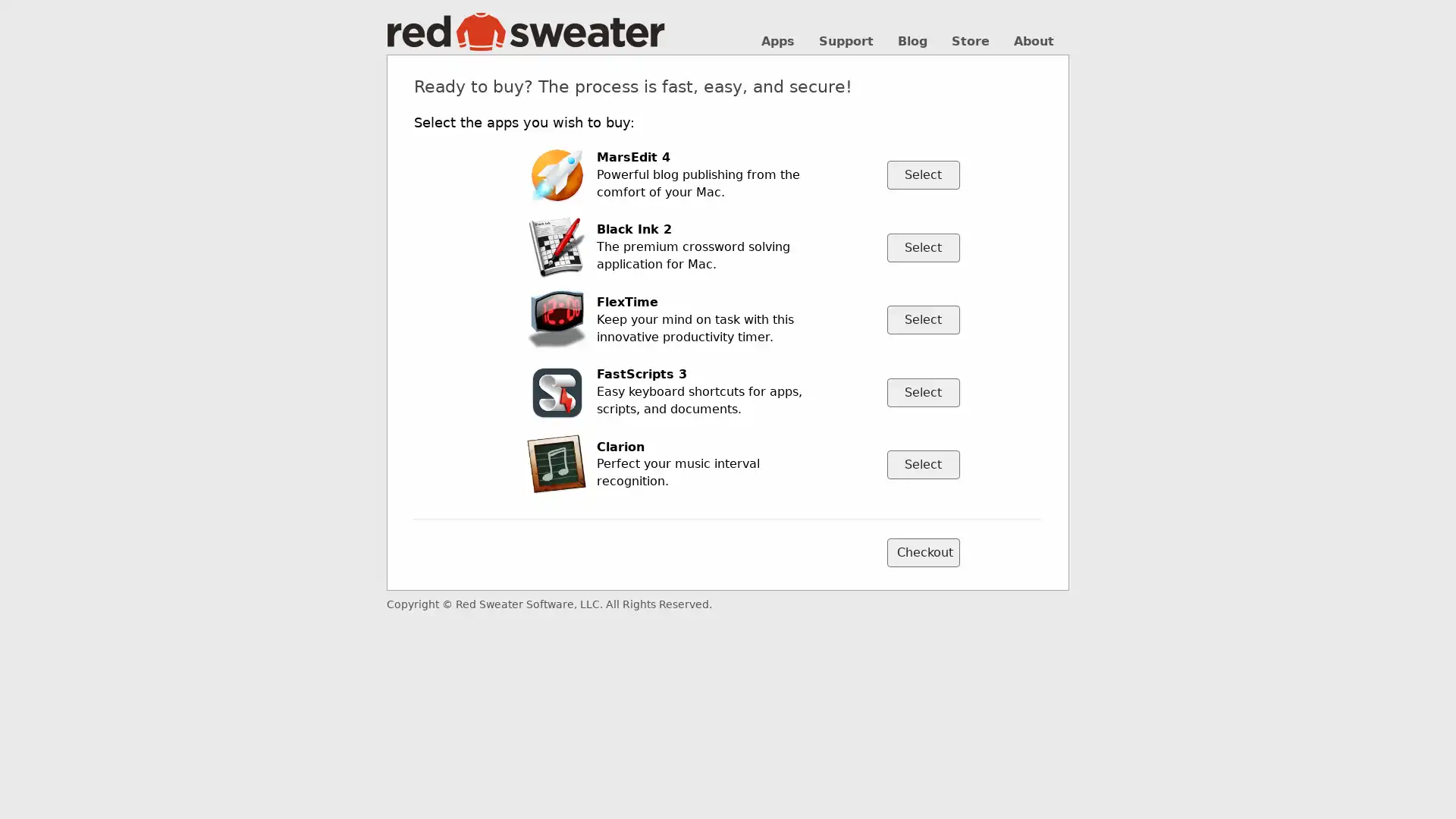 This screenshot has height=819, width=1456. What do you see at coordinates (922, 174) in the screenshot?
I see `Select` at bounding box center [922, 174].